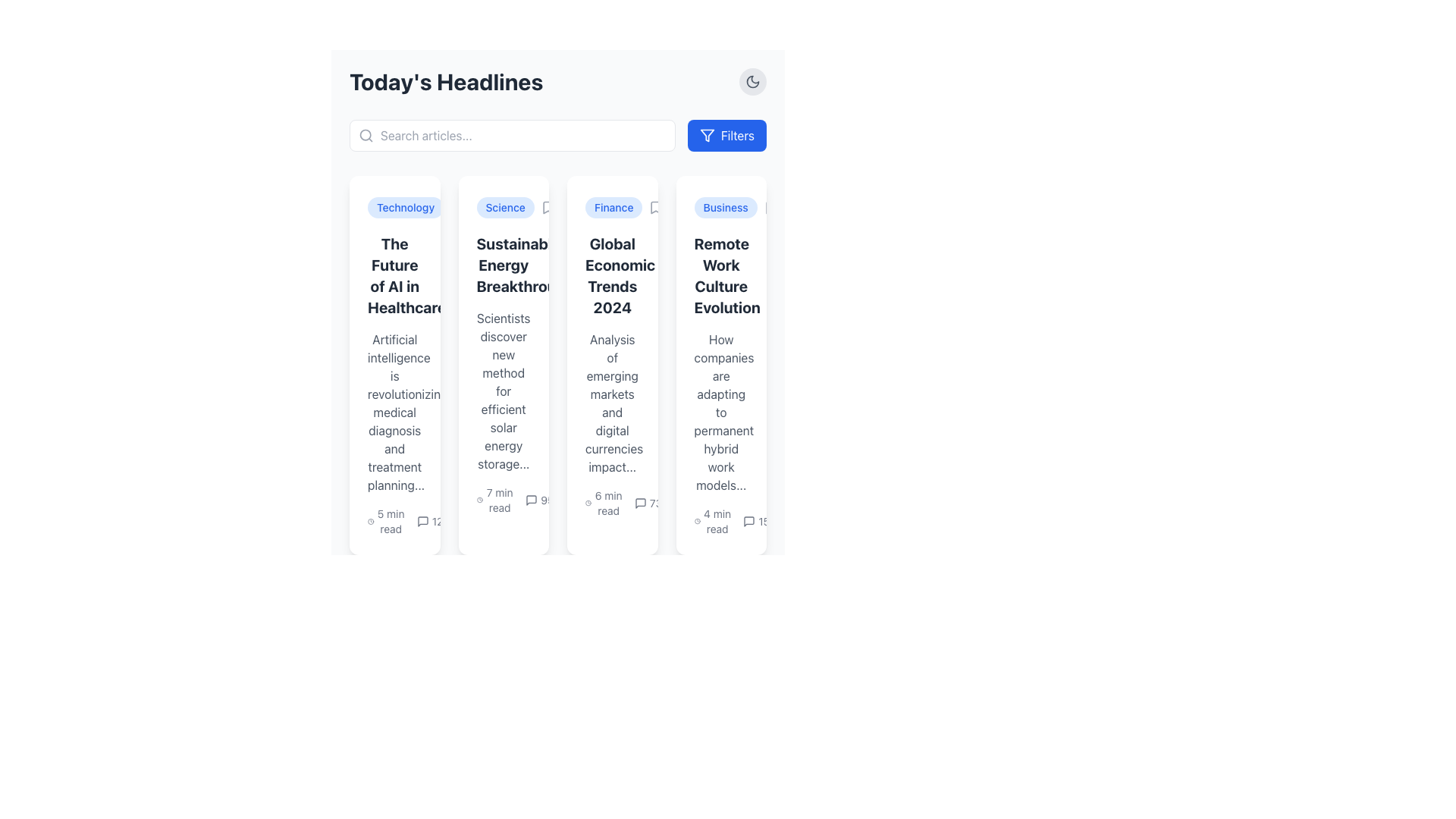 This screenshot has height=819, width=1456. What do you see at coordinates (711, 520) in the screenshot?
I see `the '4 min read' text with clock icon located in the bottom section of the fourth card from the left` at bounding box center [711, 520].